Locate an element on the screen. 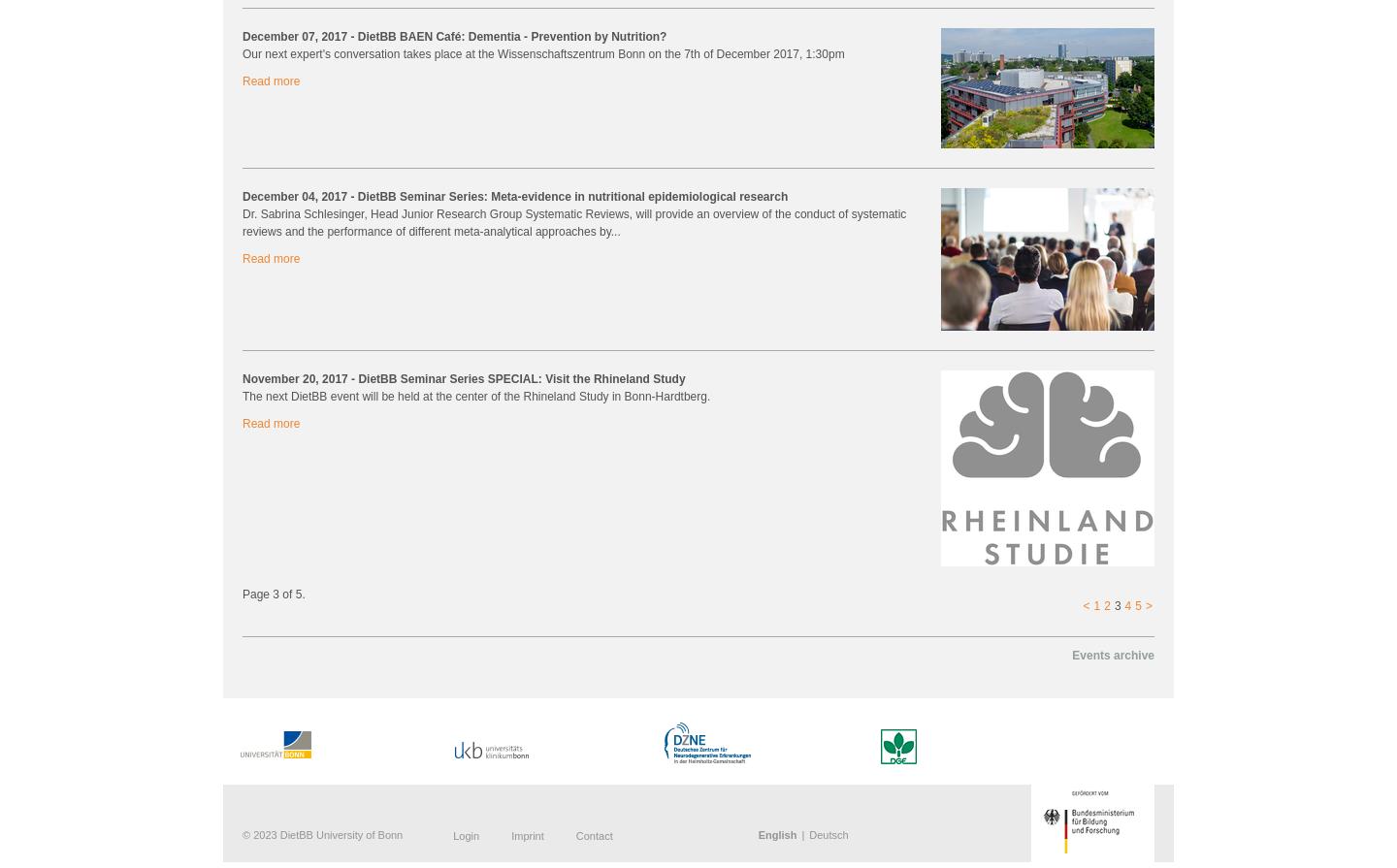 The image size is (1397, 868). '- DietBB Seminar Series: Meta-evidence in nutritional epidemiological research' is located at coordinates (569, 196).